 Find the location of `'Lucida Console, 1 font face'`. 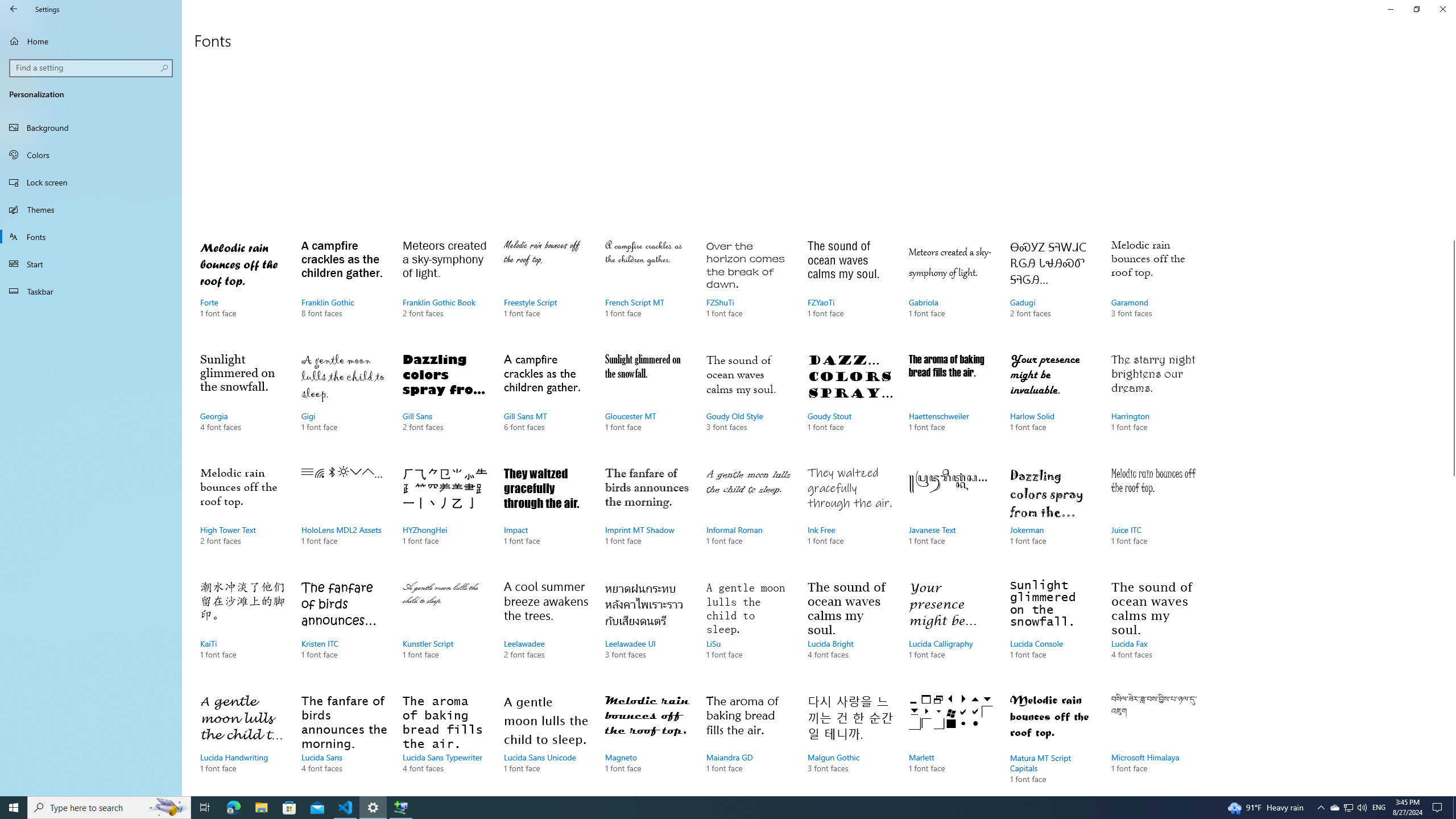

'Lucida Console, 1 font face' is located at coordinates (1052, 630).